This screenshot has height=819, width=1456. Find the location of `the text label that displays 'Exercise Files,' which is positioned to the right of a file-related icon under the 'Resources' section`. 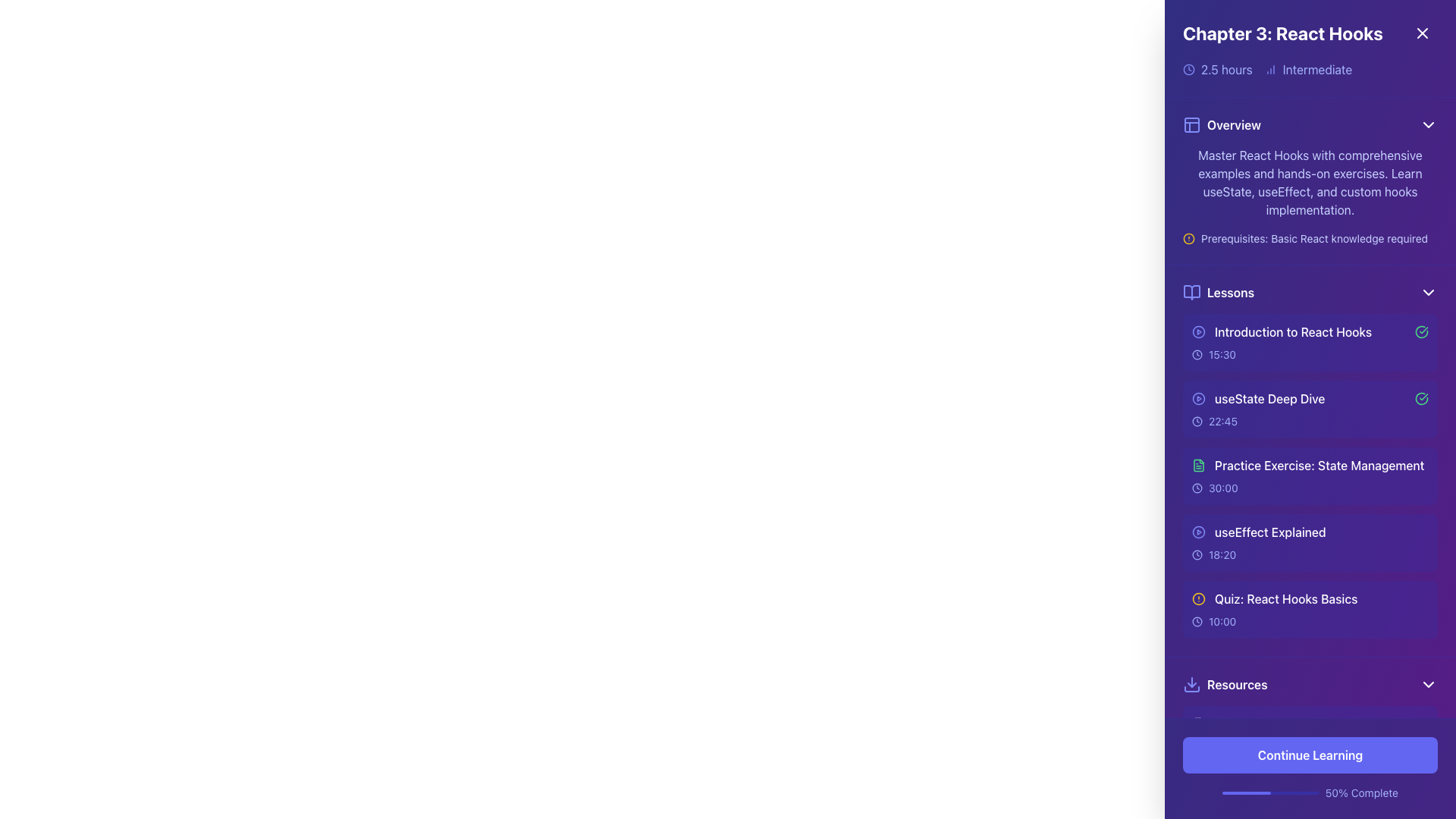

the text label that displays 'Exercise Files,' which is positioned to the right of a file-related icon under the 'Resources' section is located at coordinates (1248, 769).